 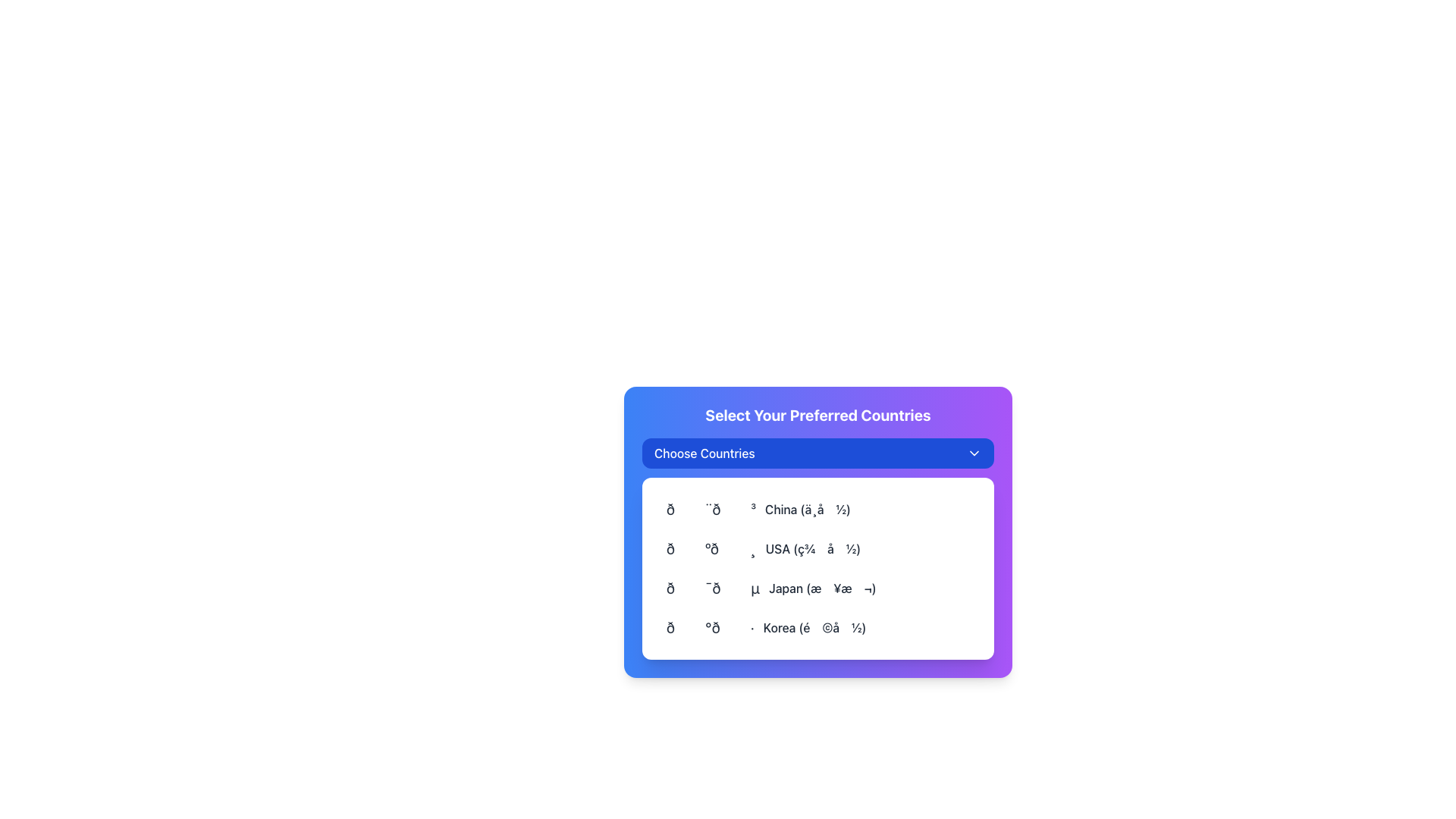 I want to click on the Text Display that shows 'Japan (æ¥æ¬)' in bold font within the dropdown menu list, so click(x=821, y=587).